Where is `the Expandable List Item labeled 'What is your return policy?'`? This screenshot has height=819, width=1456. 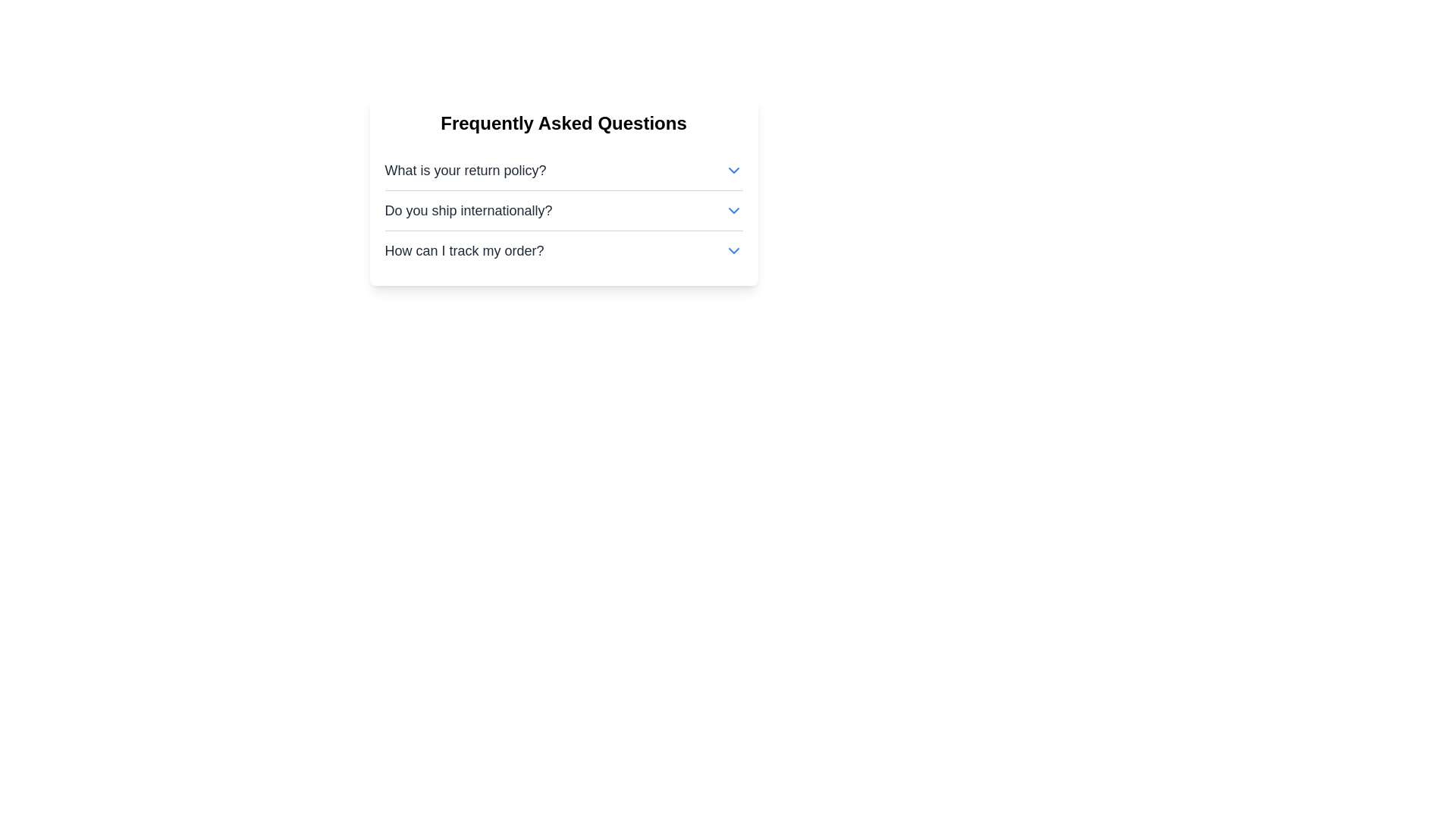 the Expandable List Item labeled 'What is your return policy?' is located at coordinates (563, 170).